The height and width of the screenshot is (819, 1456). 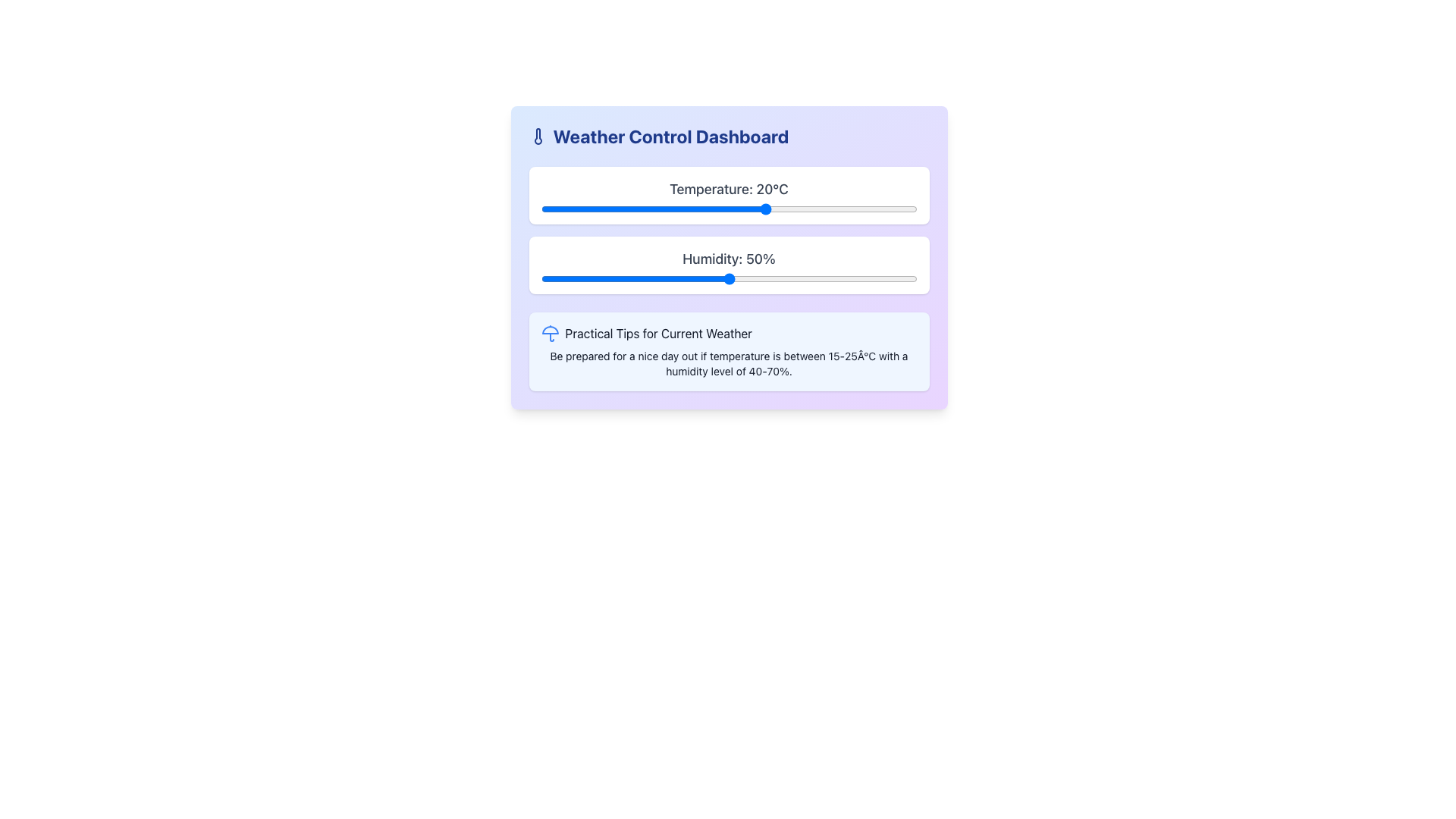 What do you see at coordinates (729, 278) in the screenshot?
I see `the horizontal slider with a gradient background to set a specific humidity value, located beneath the 'Humidity: 50%' label in the second card of the Weather Control Dashboard` at bounding box center [729, 278].